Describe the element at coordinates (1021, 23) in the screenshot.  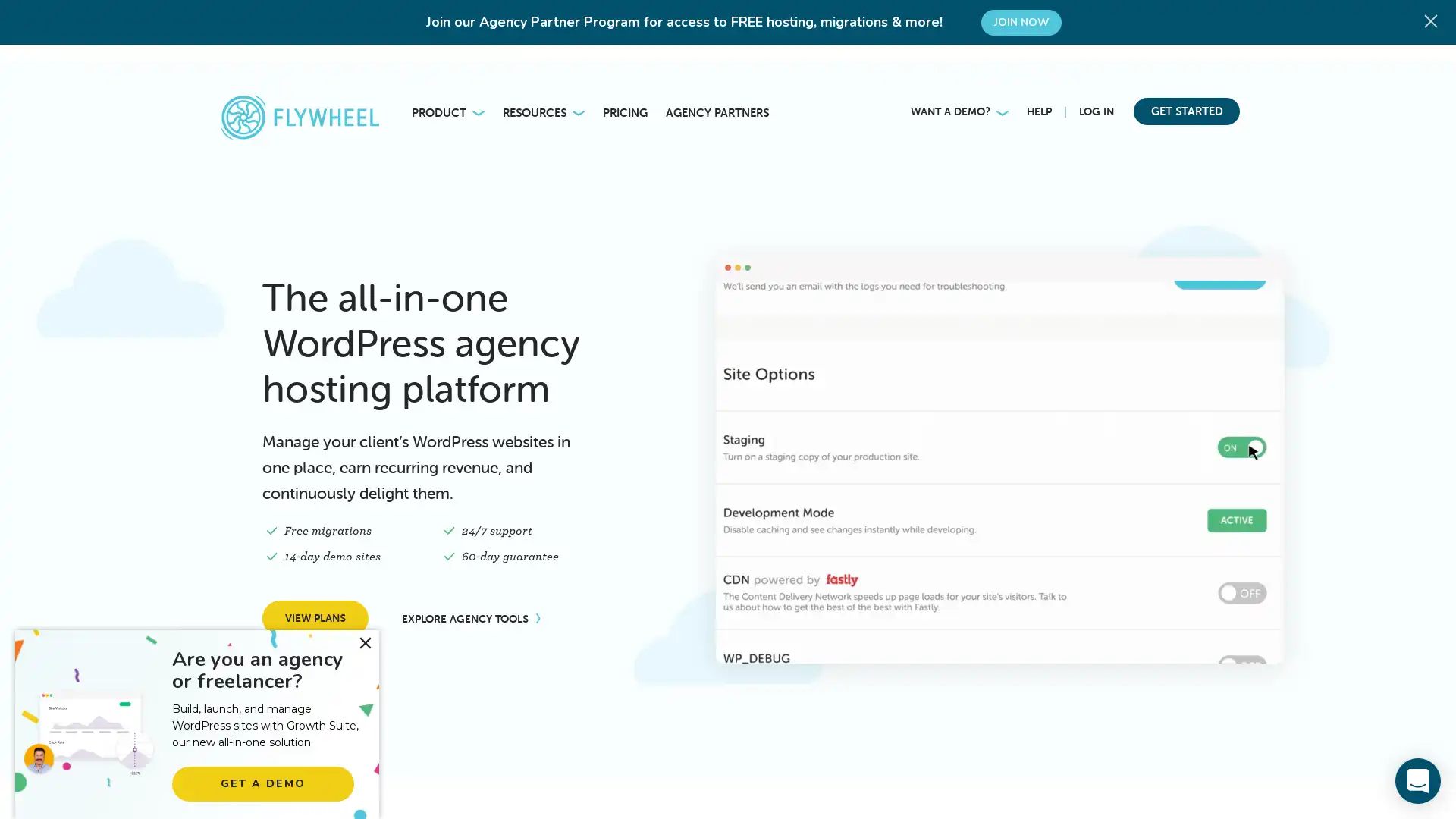
I see `JOIN NOW` at that location.